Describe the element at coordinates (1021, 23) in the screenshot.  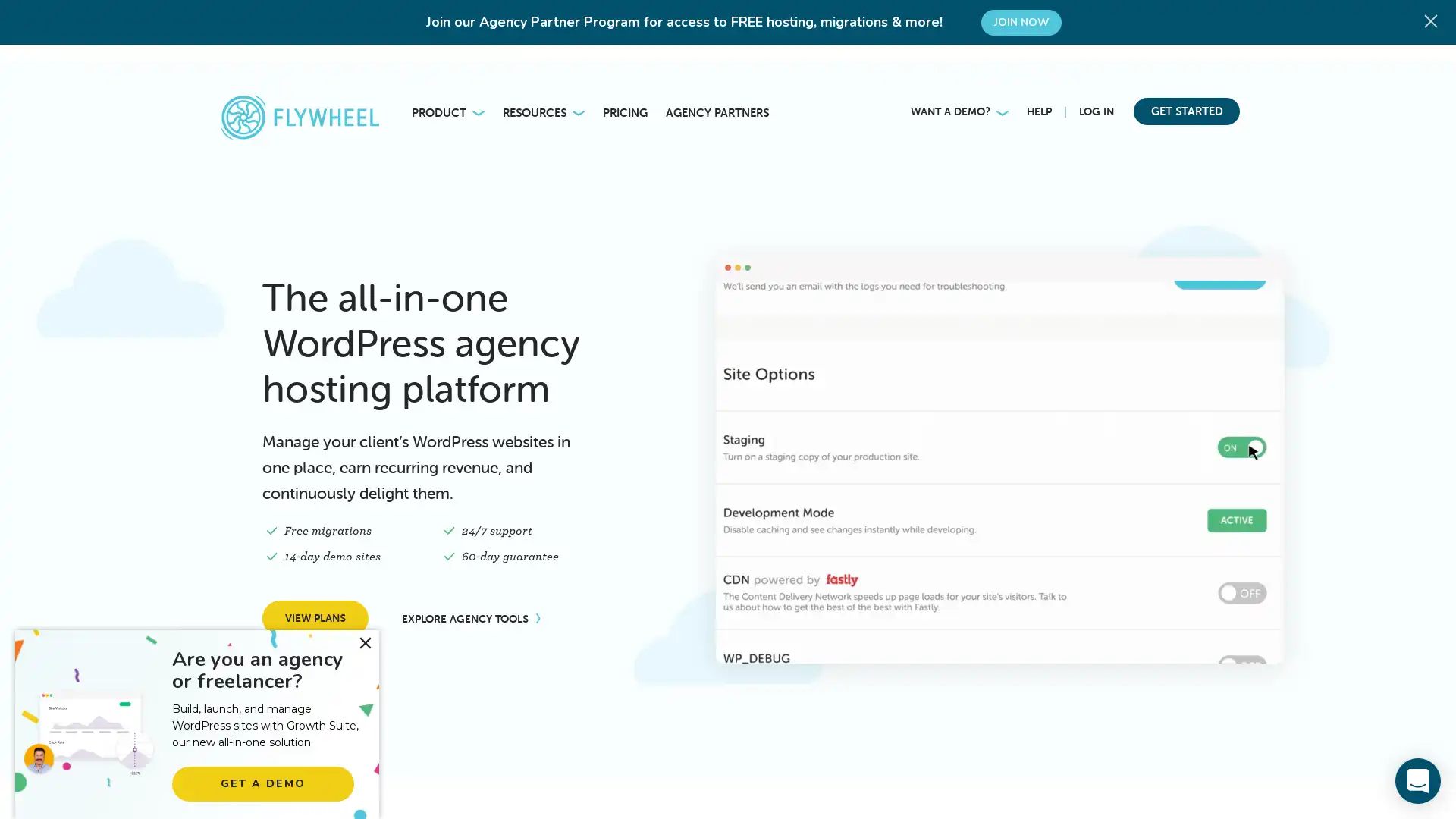
I see `JOIN NOW` at that location.